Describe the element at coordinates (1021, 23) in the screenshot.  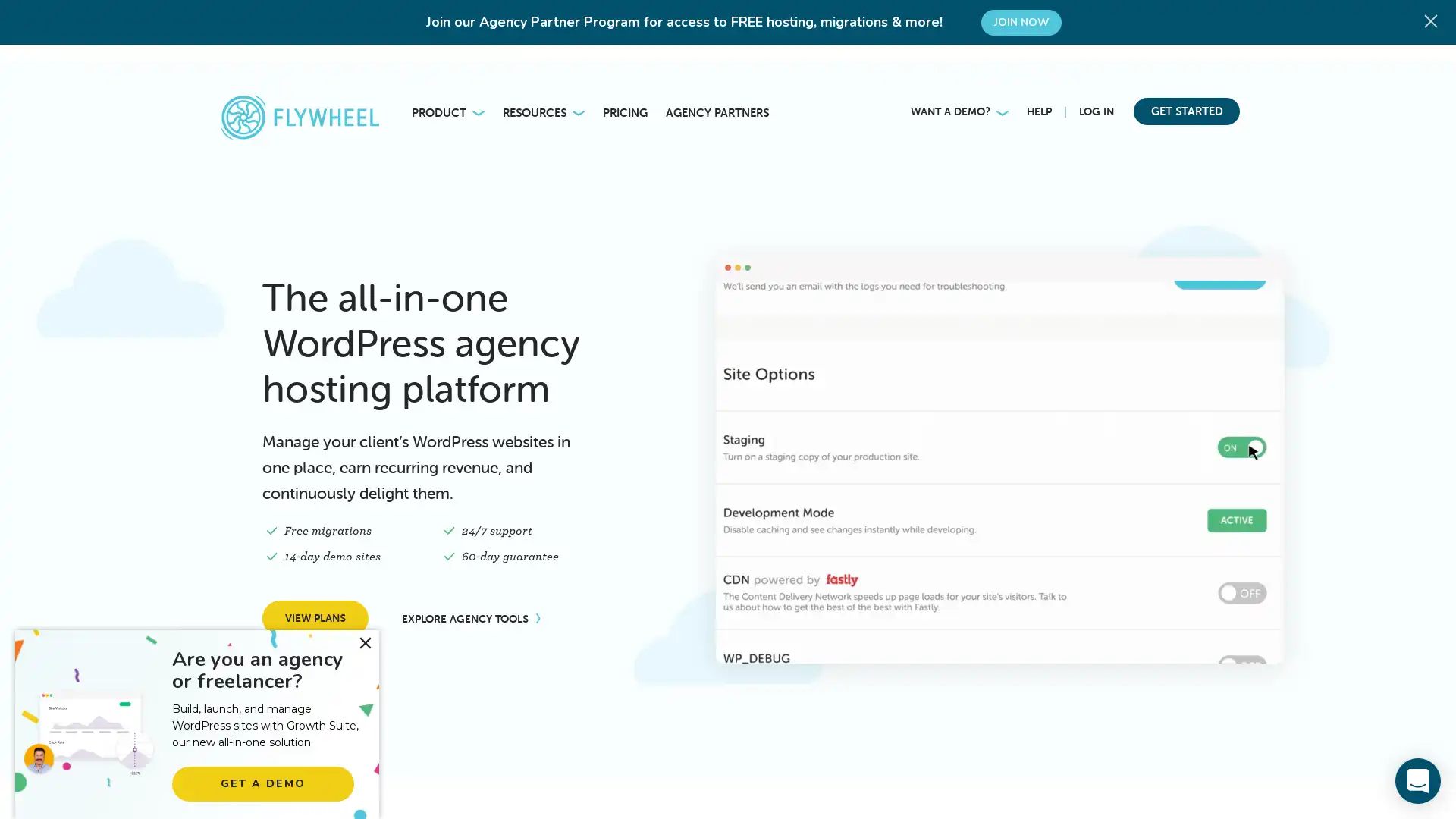
I see `JOIN NOW` at that location.